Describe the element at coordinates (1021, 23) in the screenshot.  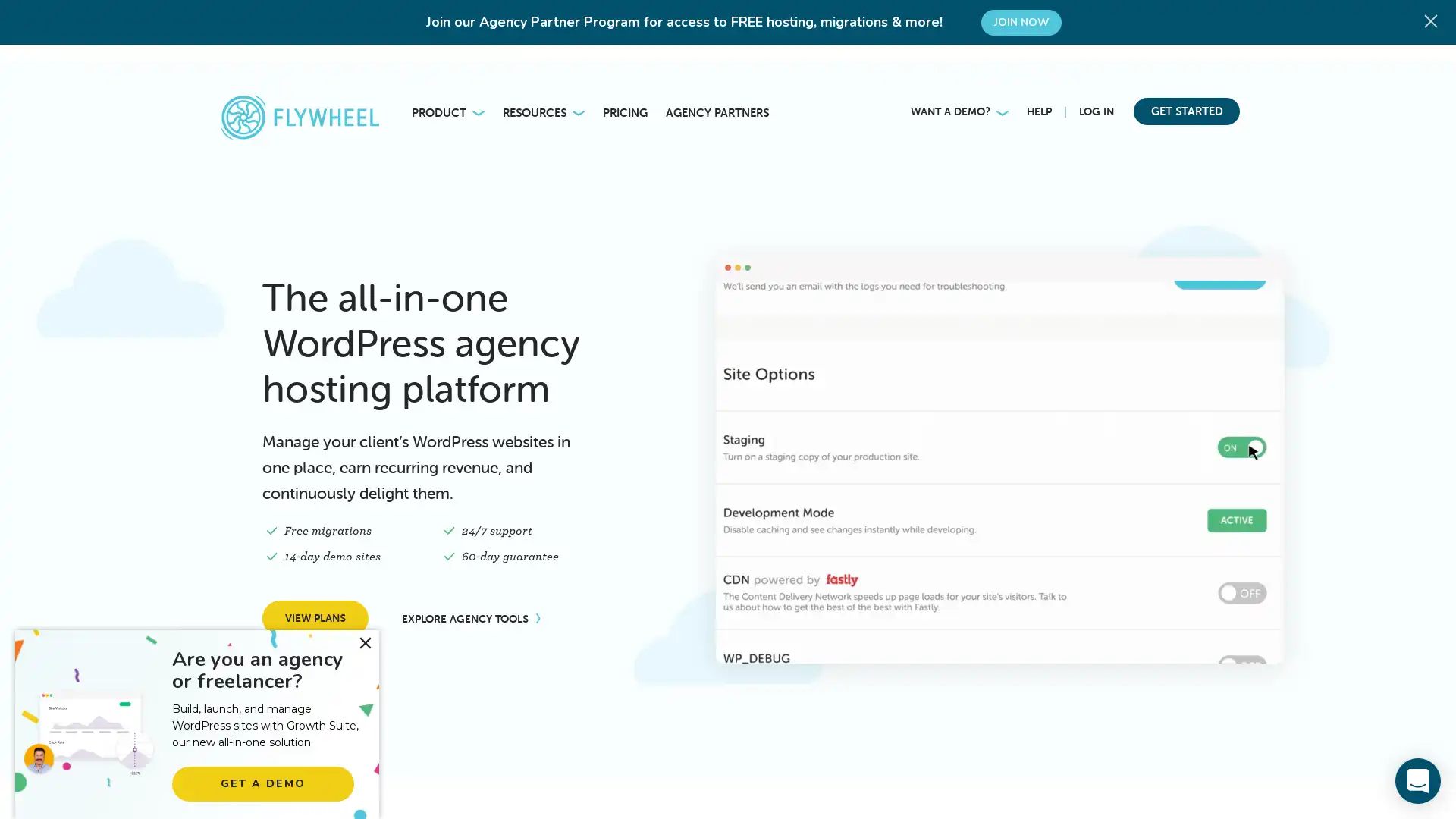
I see `JOIN NOW` at that location.